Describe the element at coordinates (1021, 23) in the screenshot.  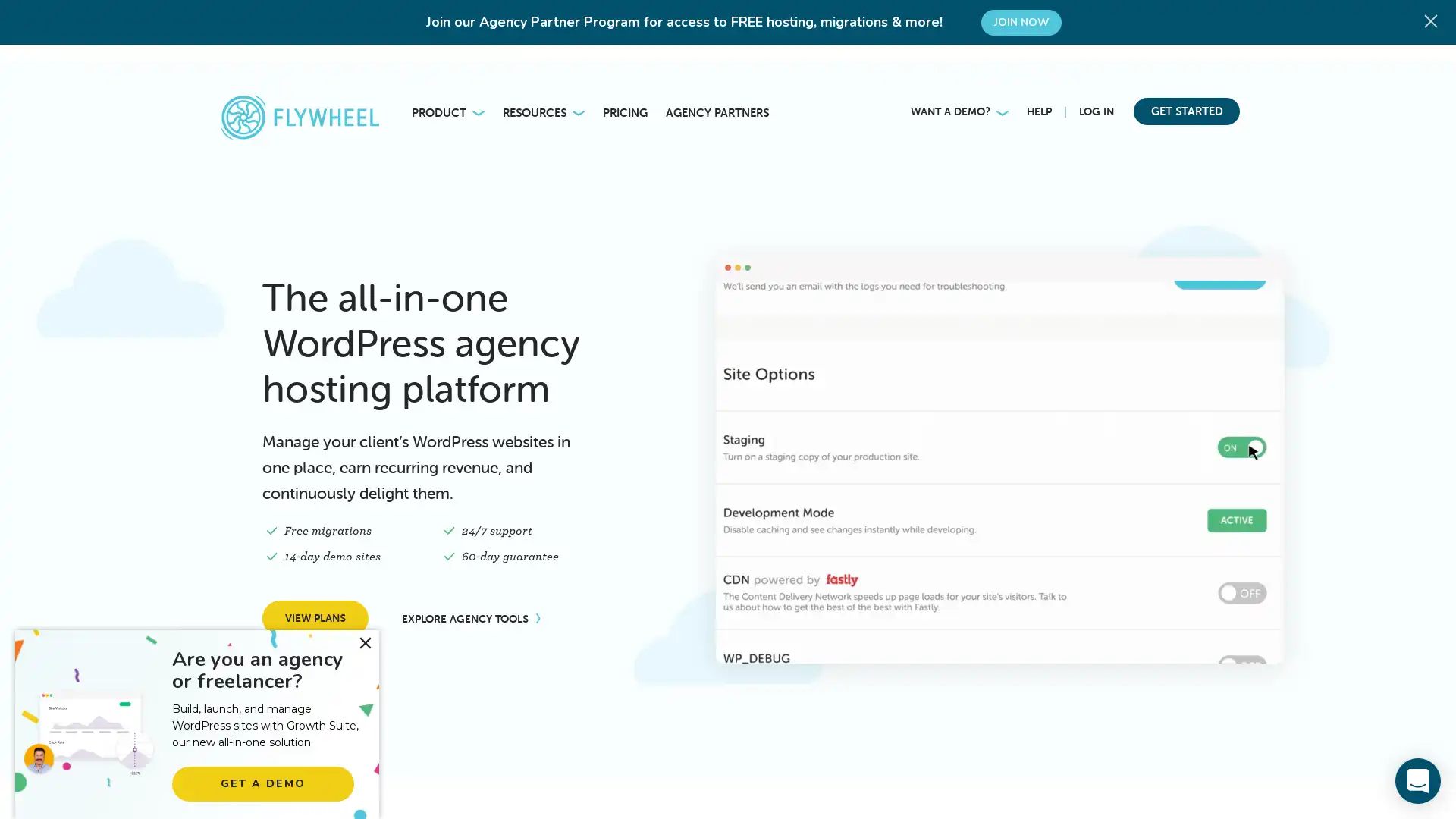
I see `JOIN NOW` at that location.